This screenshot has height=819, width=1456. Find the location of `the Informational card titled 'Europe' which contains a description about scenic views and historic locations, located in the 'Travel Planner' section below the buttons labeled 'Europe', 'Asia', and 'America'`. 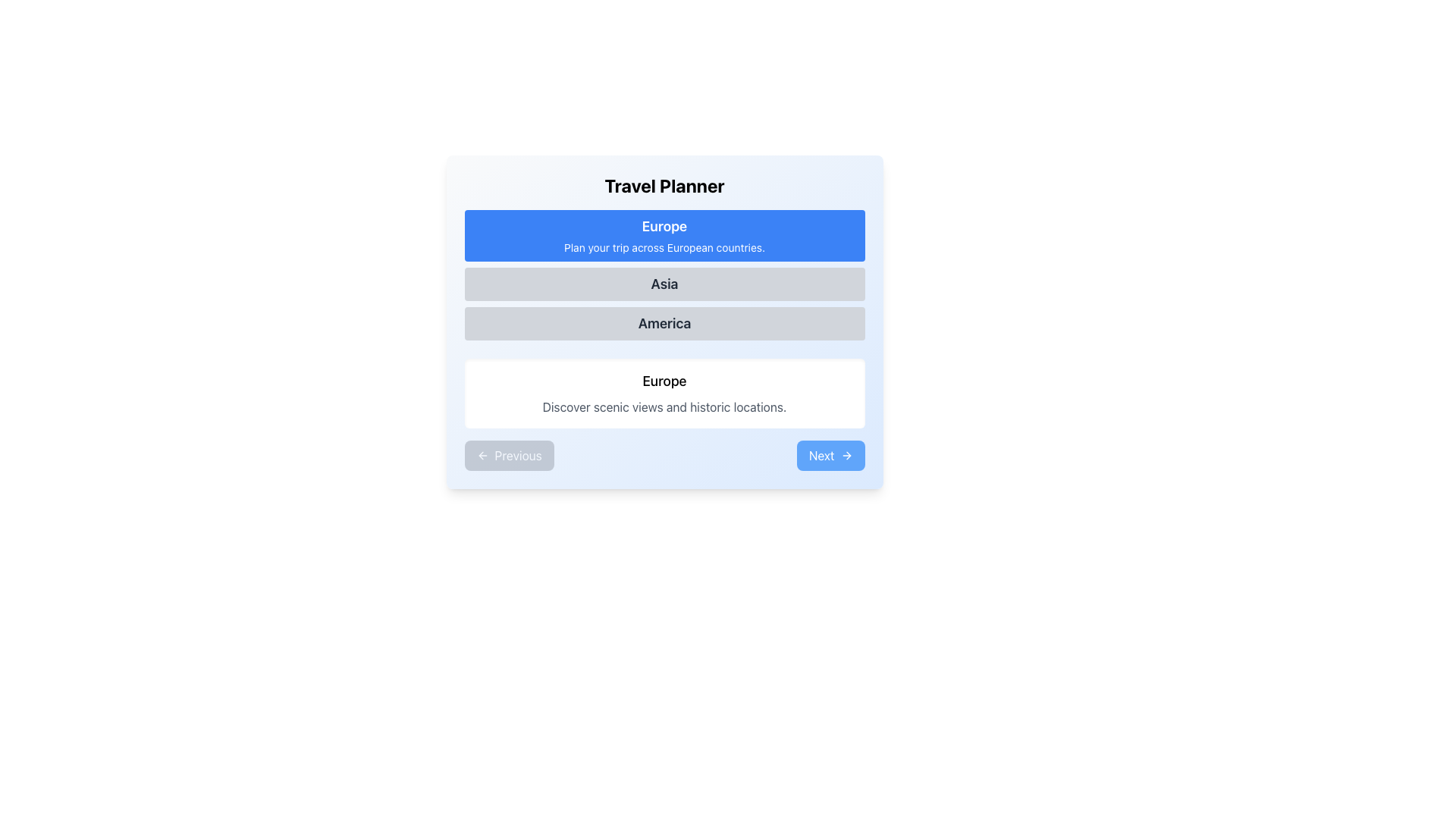

the Informational card titled 'Europe' which contains a description about scenic views and historic locations, located in the 'Travel Planner' section below the buttons labeled 'Europe', 'Asia', and 'America' is located at coordinates (664, 393).